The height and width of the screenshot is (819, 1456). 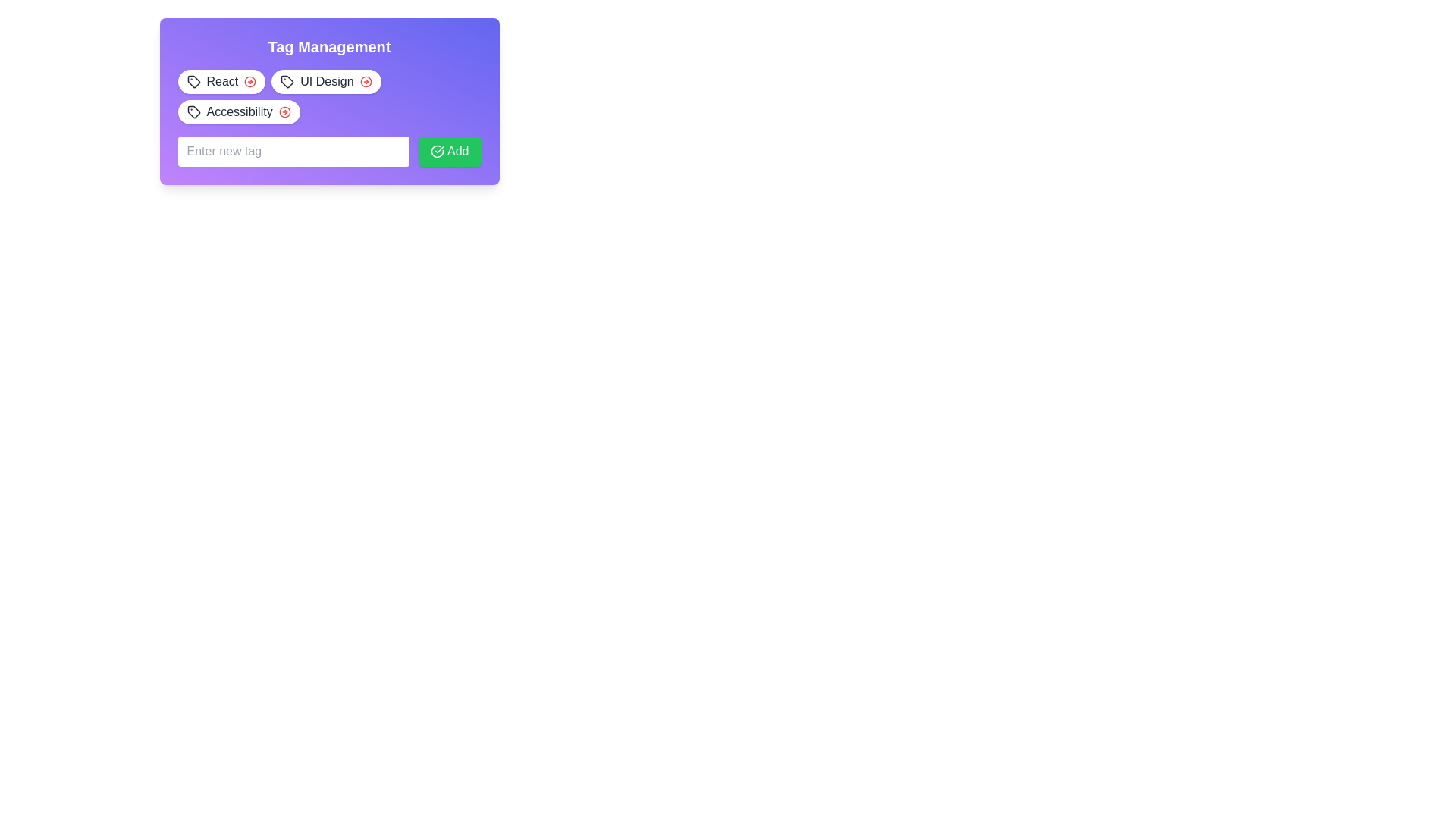 I want to click on the green circular icon with a white check mark located to the left side of the 'Add' button within the 'Tag Management' dialog box, so click(x=436, y=152).